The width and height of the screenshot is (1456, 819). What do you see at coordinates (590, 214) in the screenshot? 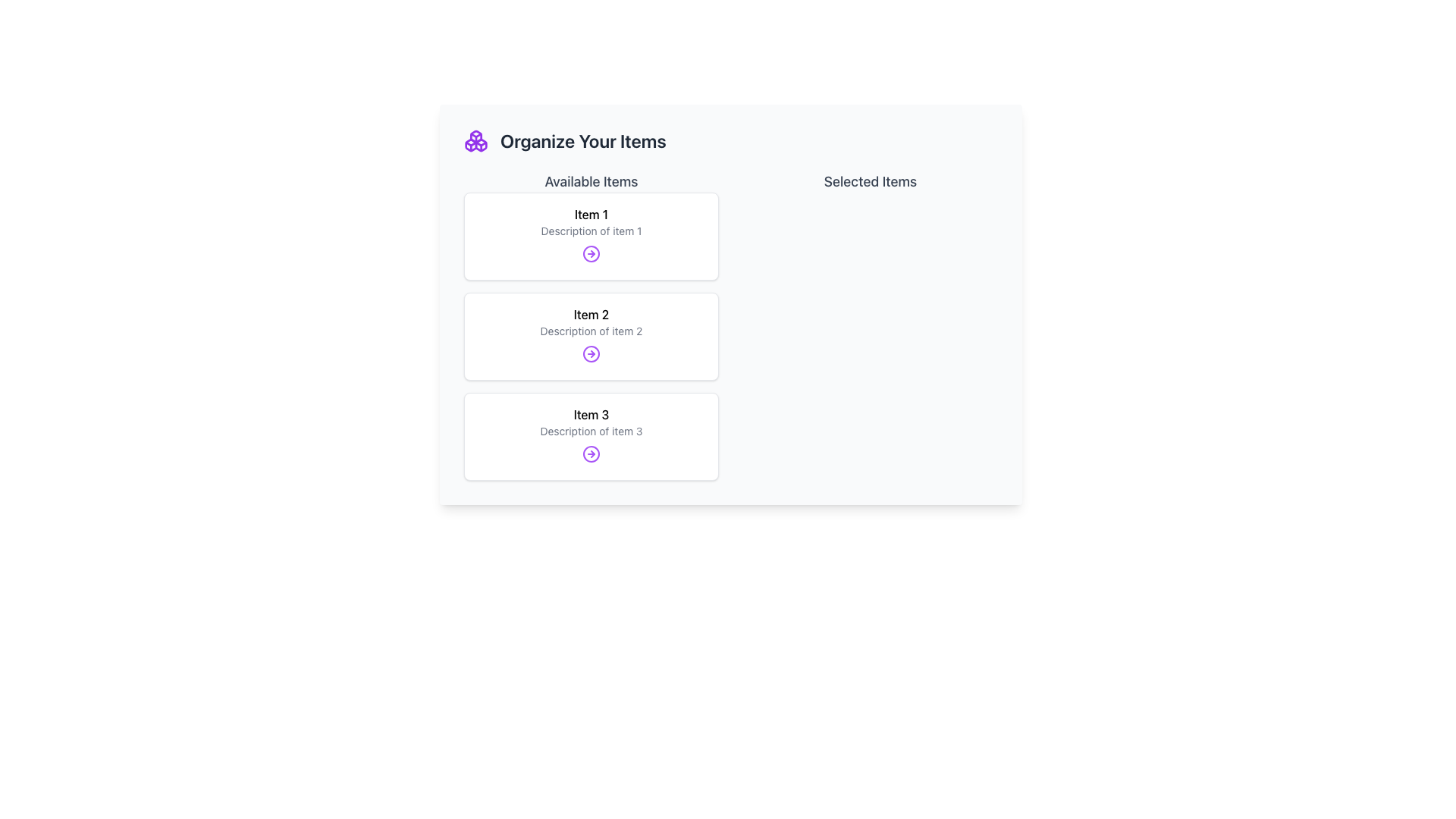
I see `text label displaying 'Item 1' located at the top of the first card under 'Available Items'` at bounding box center [590, 214].